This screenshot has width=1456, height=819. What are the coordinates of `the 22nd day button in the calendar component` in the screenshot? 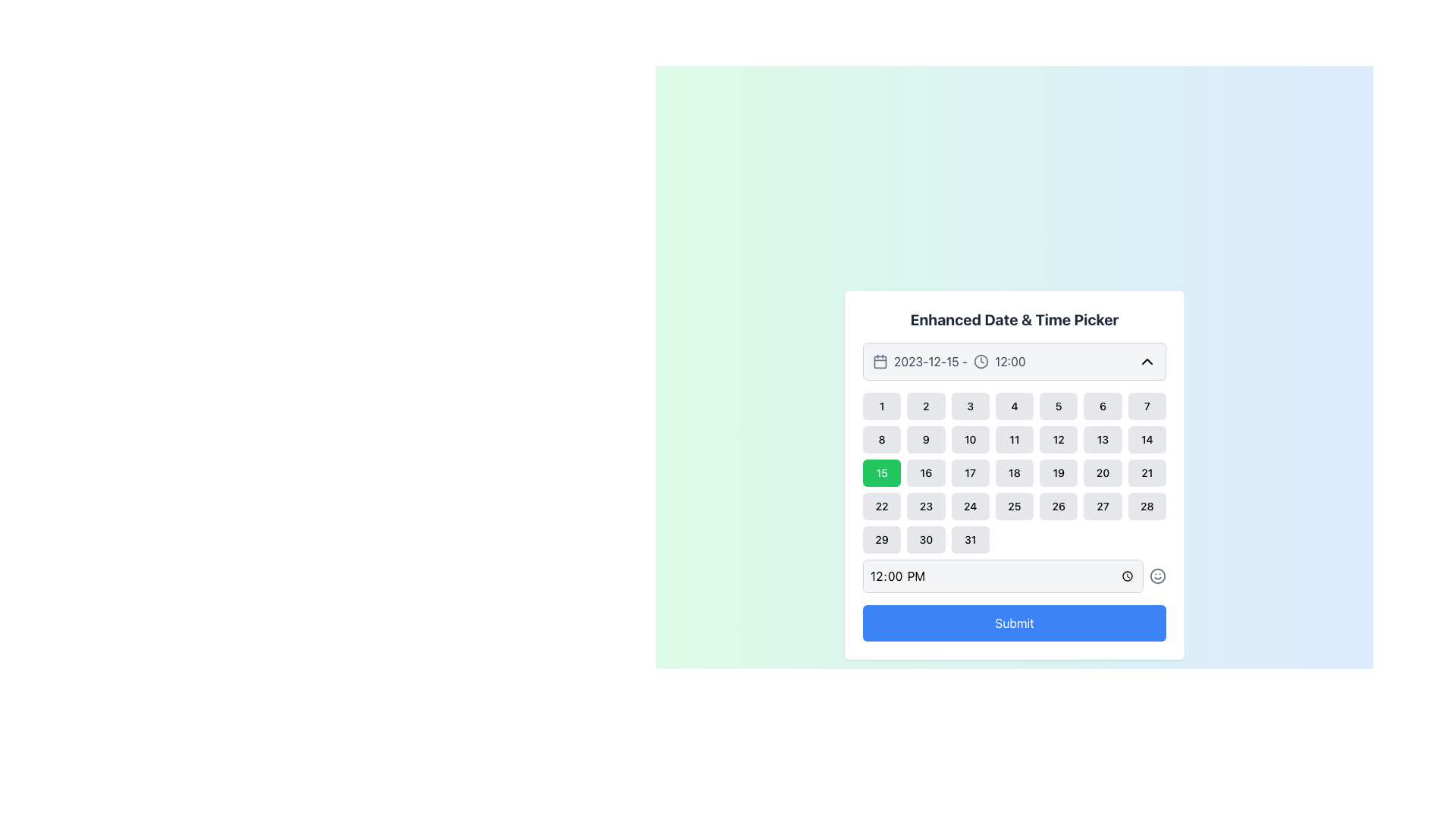 It's located at (882, 506).